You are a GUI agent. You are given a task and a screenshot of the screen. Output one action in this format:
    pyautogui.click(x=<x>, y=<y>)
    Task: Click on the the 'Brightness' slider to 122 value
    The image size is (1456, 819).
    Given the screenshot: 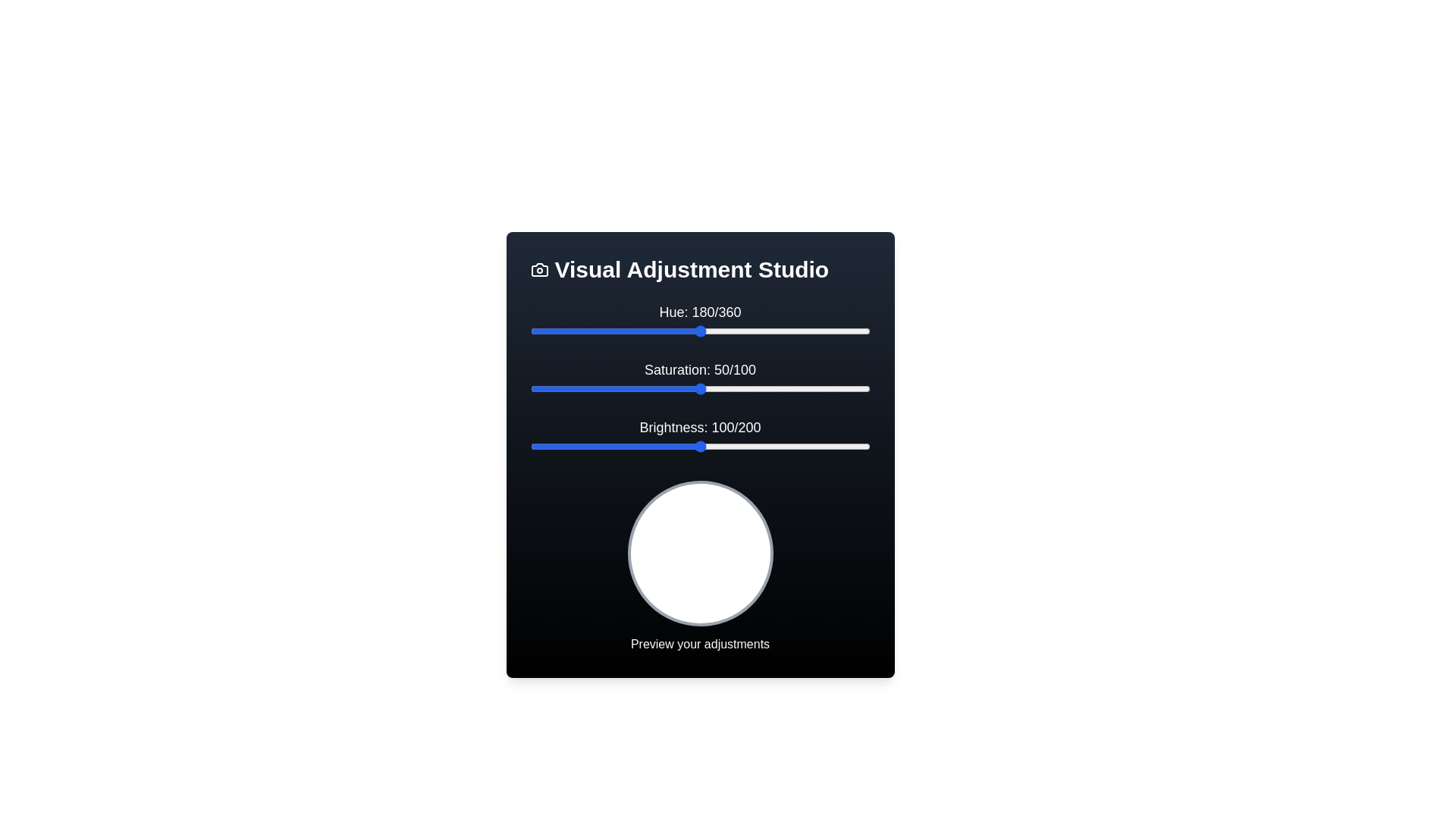 What is the action you would take?
    pyautogui.click(x=737, y=446)
    